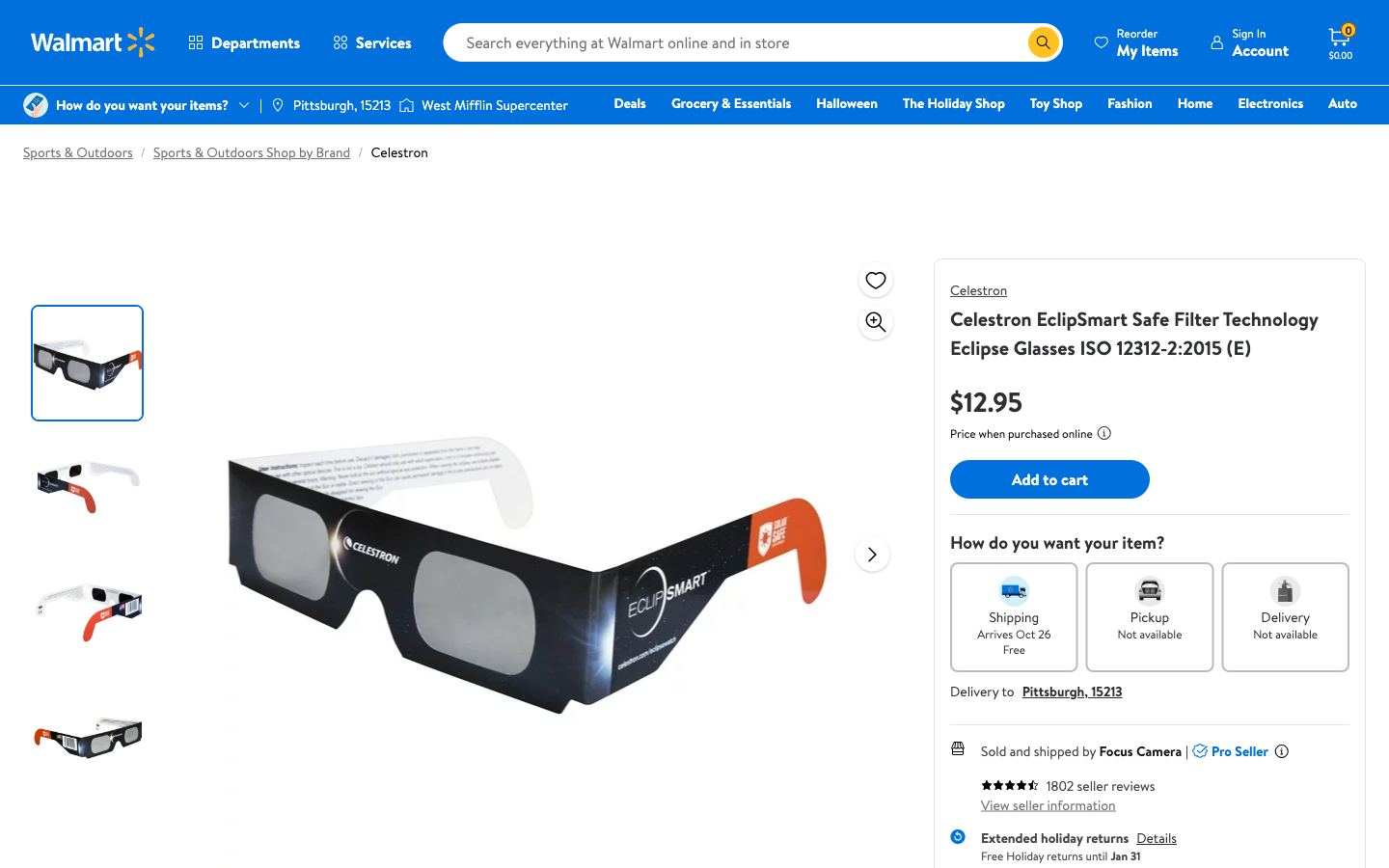  Describe the element at coordinates (872, 554) in the screenshot. I see `Cycle through the product pictures` at that location.